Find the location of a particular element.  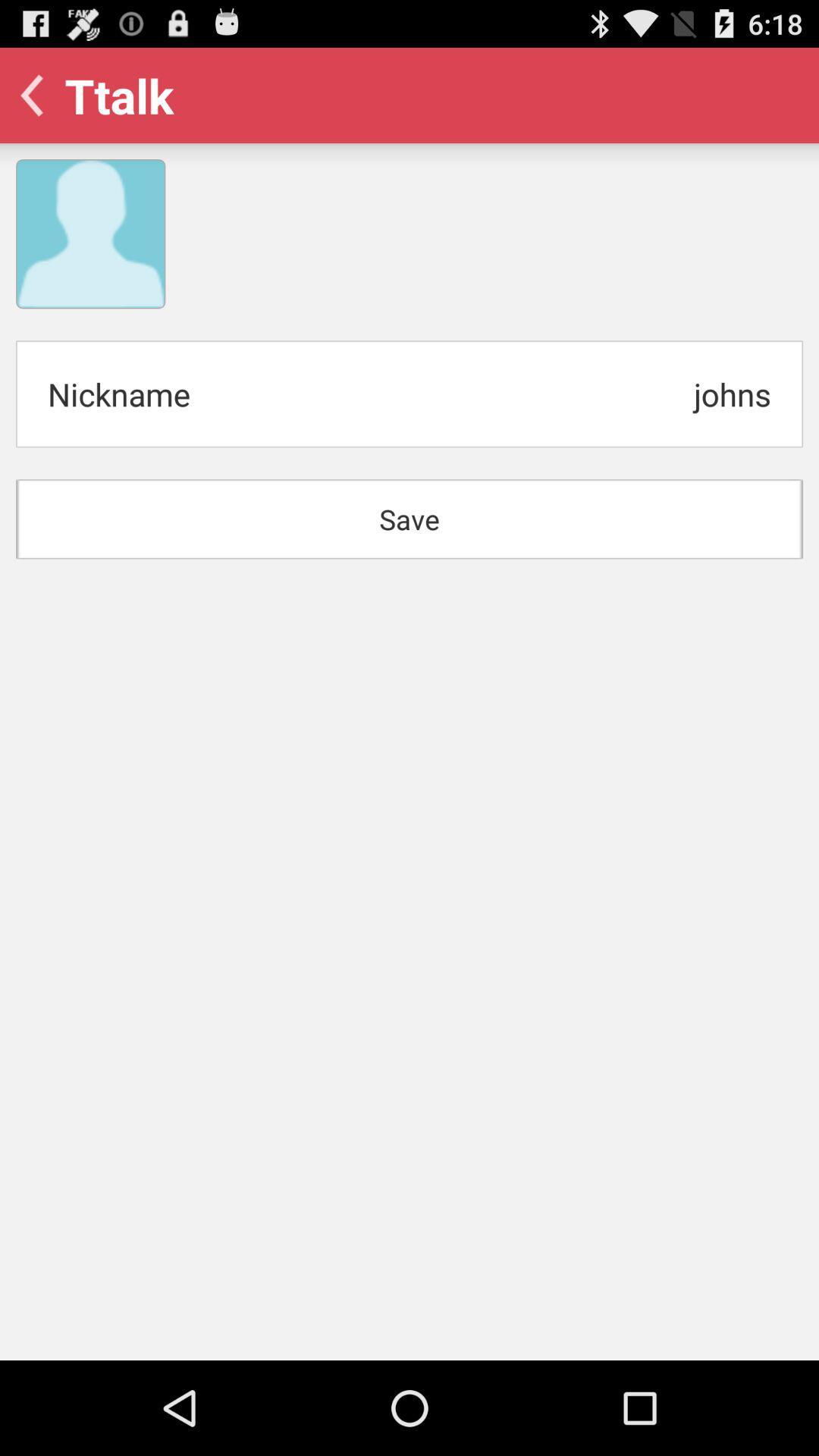

the arrow_backward icon is located at coordinates (35, 101).